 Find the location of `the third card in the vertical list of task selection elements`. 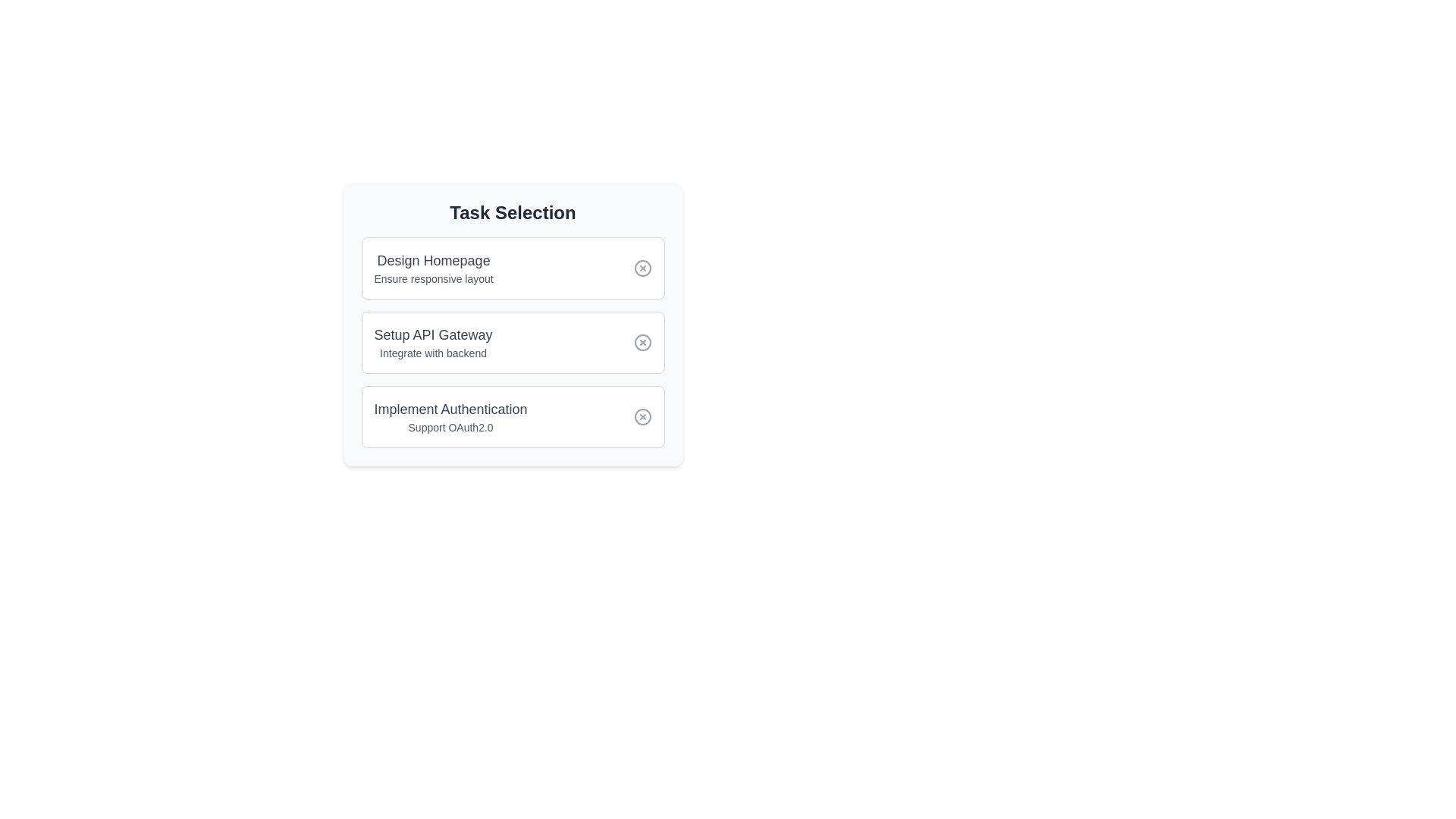

the third card in the vertical list of task selection elements is located at coordinates (450, 417).